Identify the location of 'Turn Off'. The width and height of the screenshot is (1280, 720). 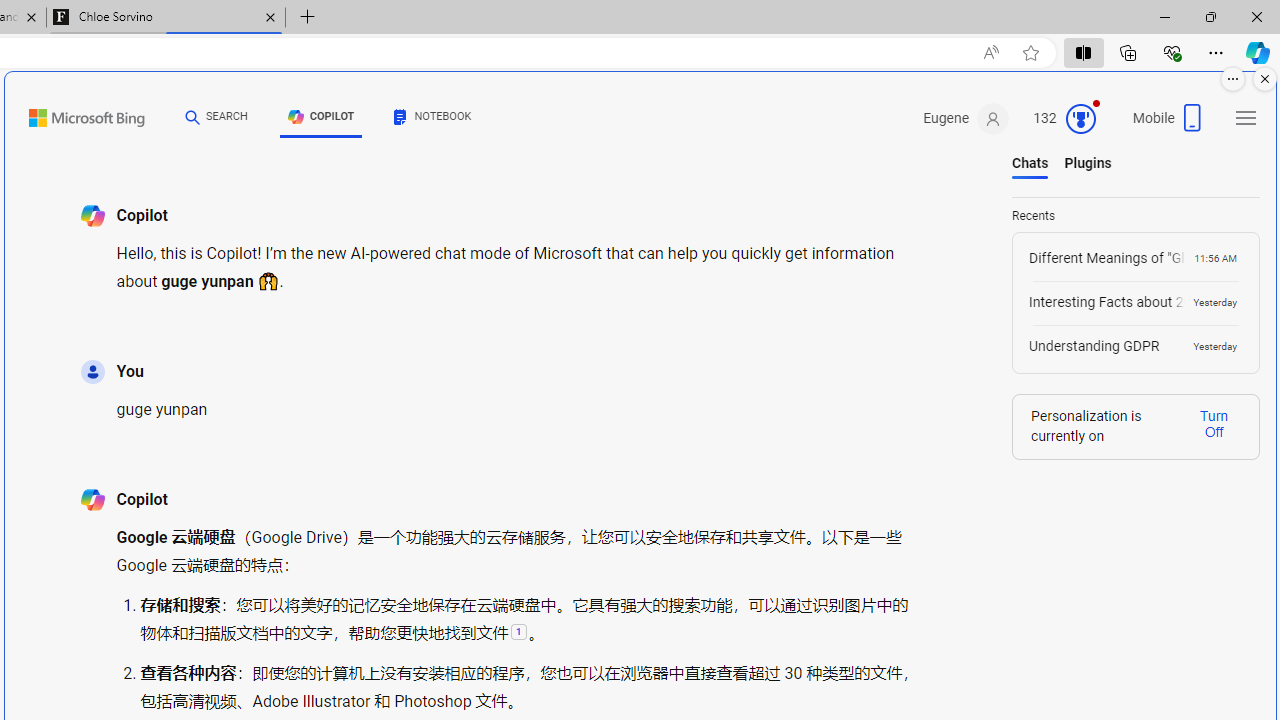
(1213, 422).